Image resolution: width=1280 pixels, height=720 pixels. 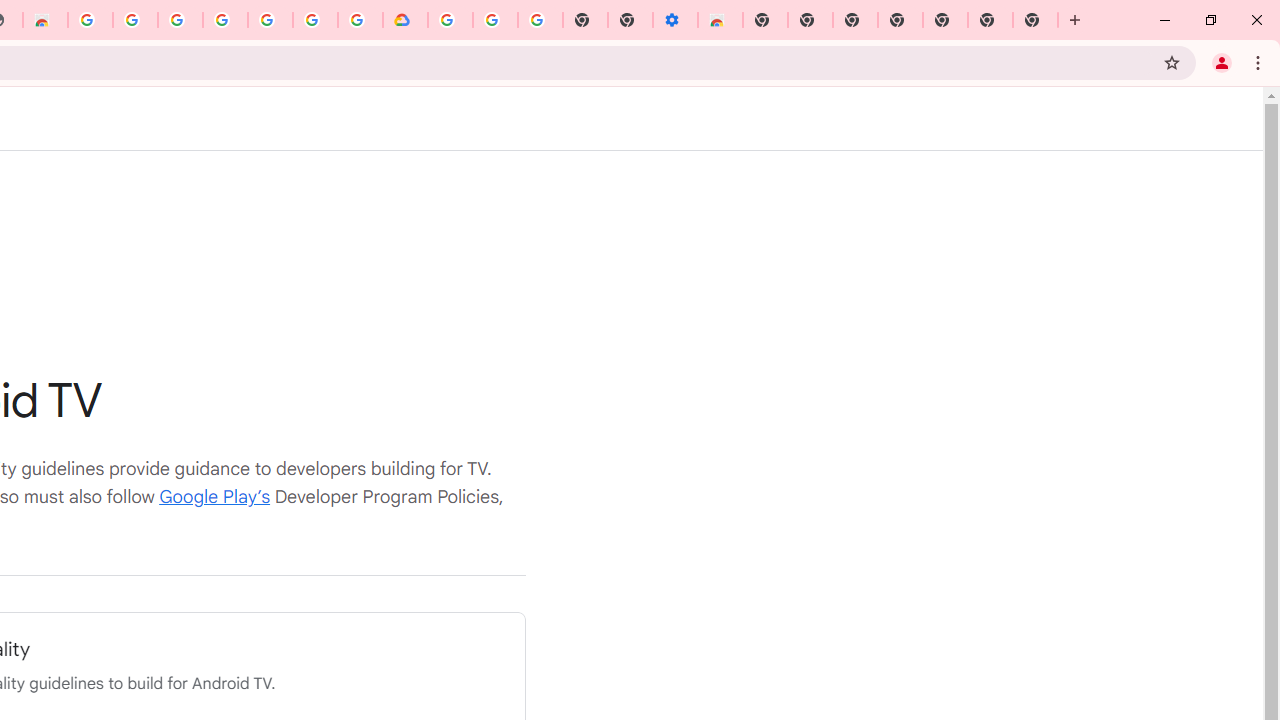 What do you see at coordinates (675, 20) in the screenshot?
I see `'Settings - Accessibility'` at bounding box center [675, 20].